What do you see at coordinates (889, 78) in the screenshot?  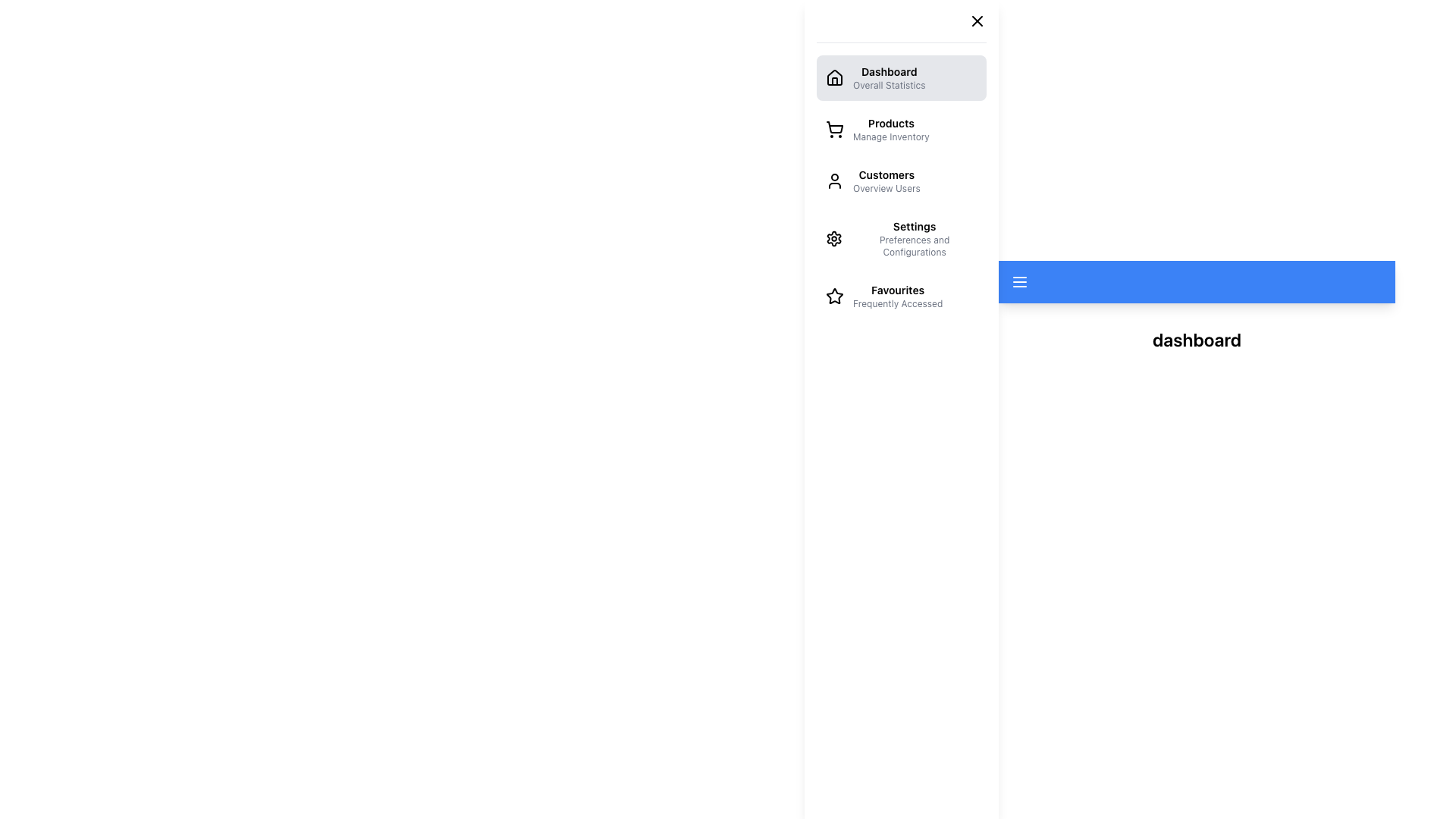 I see `the navigation link labeled 'Dashboard' that is positioned at the top of the vertical navigation menu, to the right of the home icon` at bounding box center [889, 78].